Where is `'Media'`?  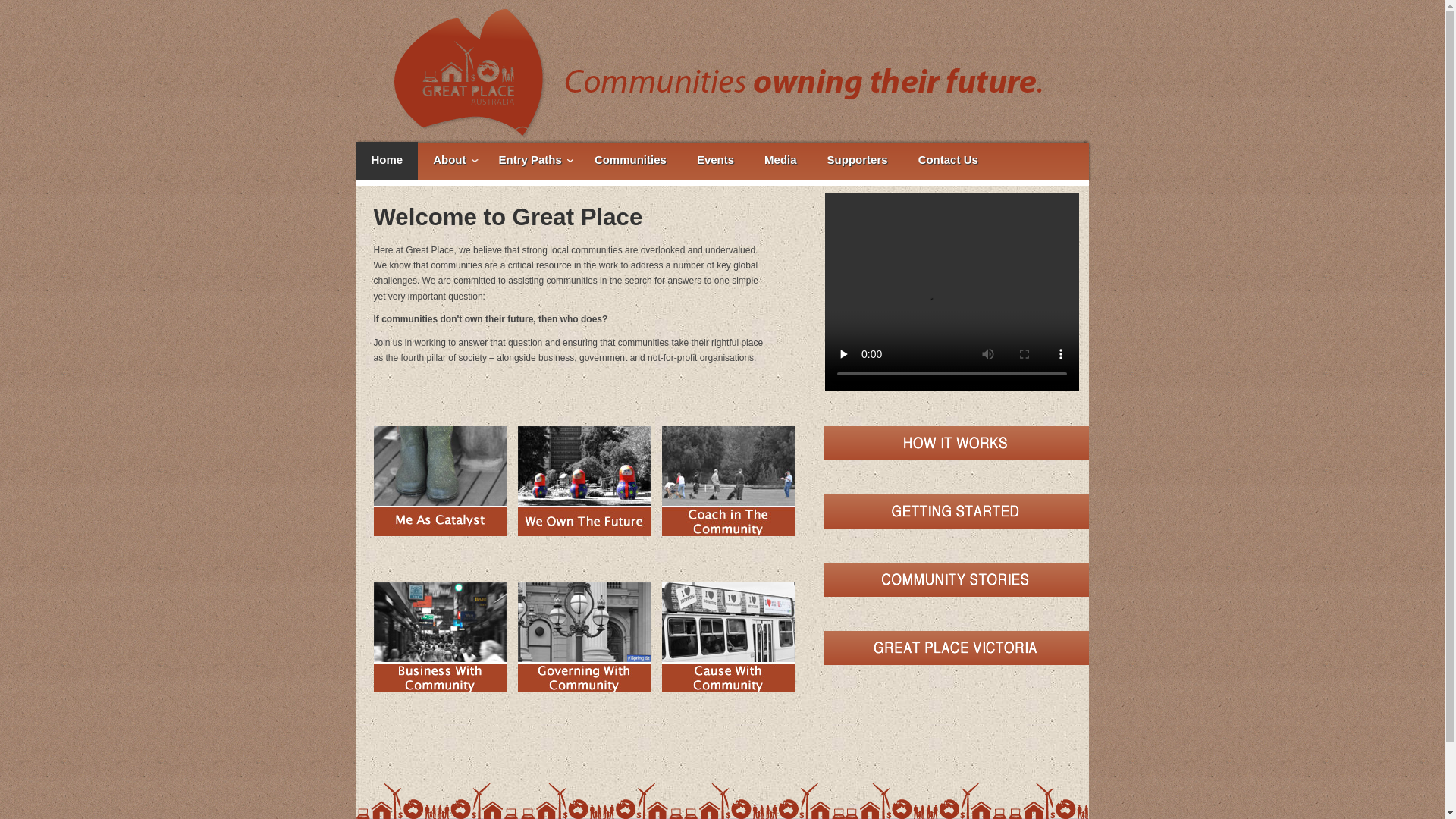 'Media' is located at coordinates (780, 161).